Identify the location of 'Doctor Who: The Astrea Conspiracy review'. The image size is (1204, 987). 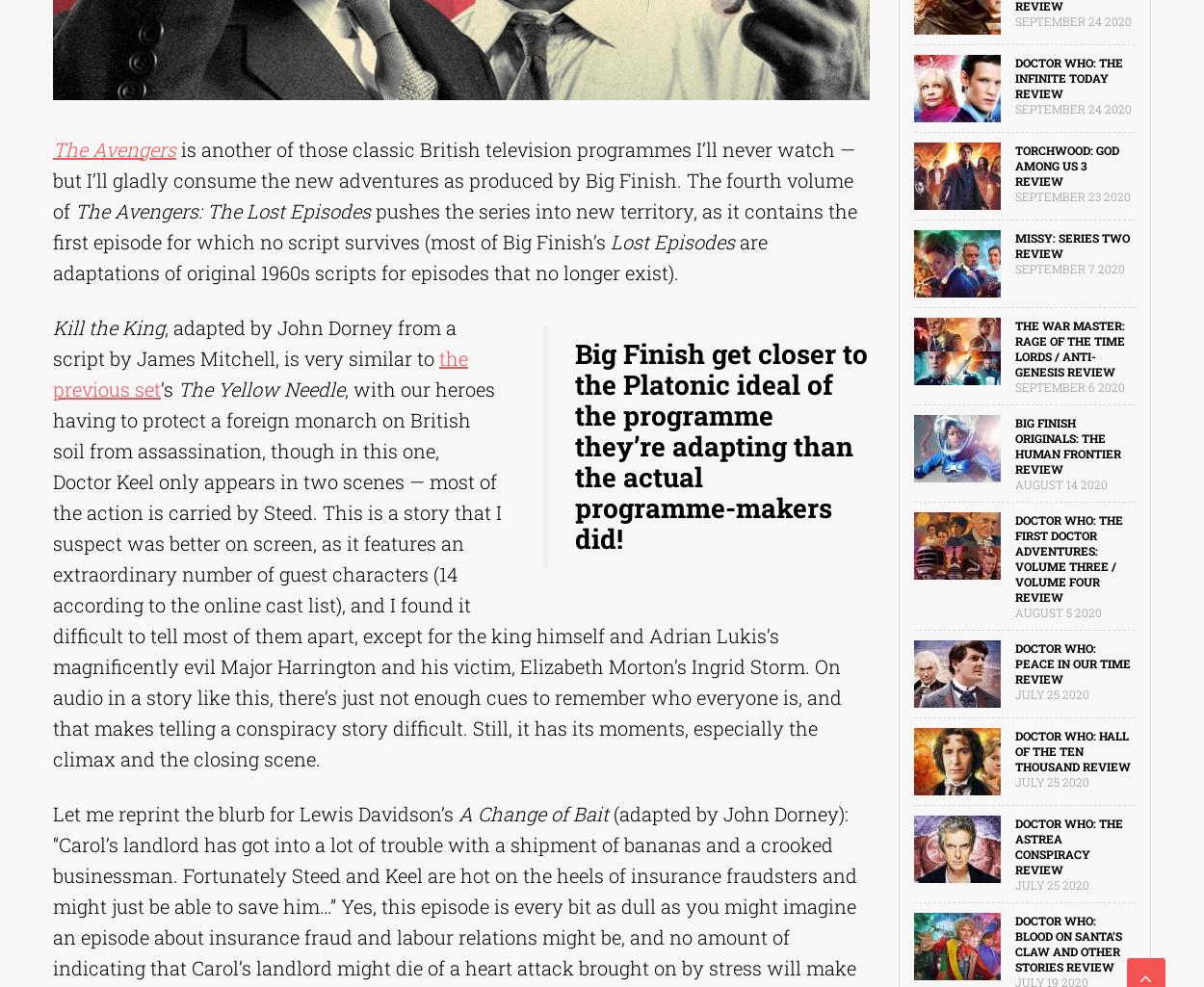
(1014, 846).